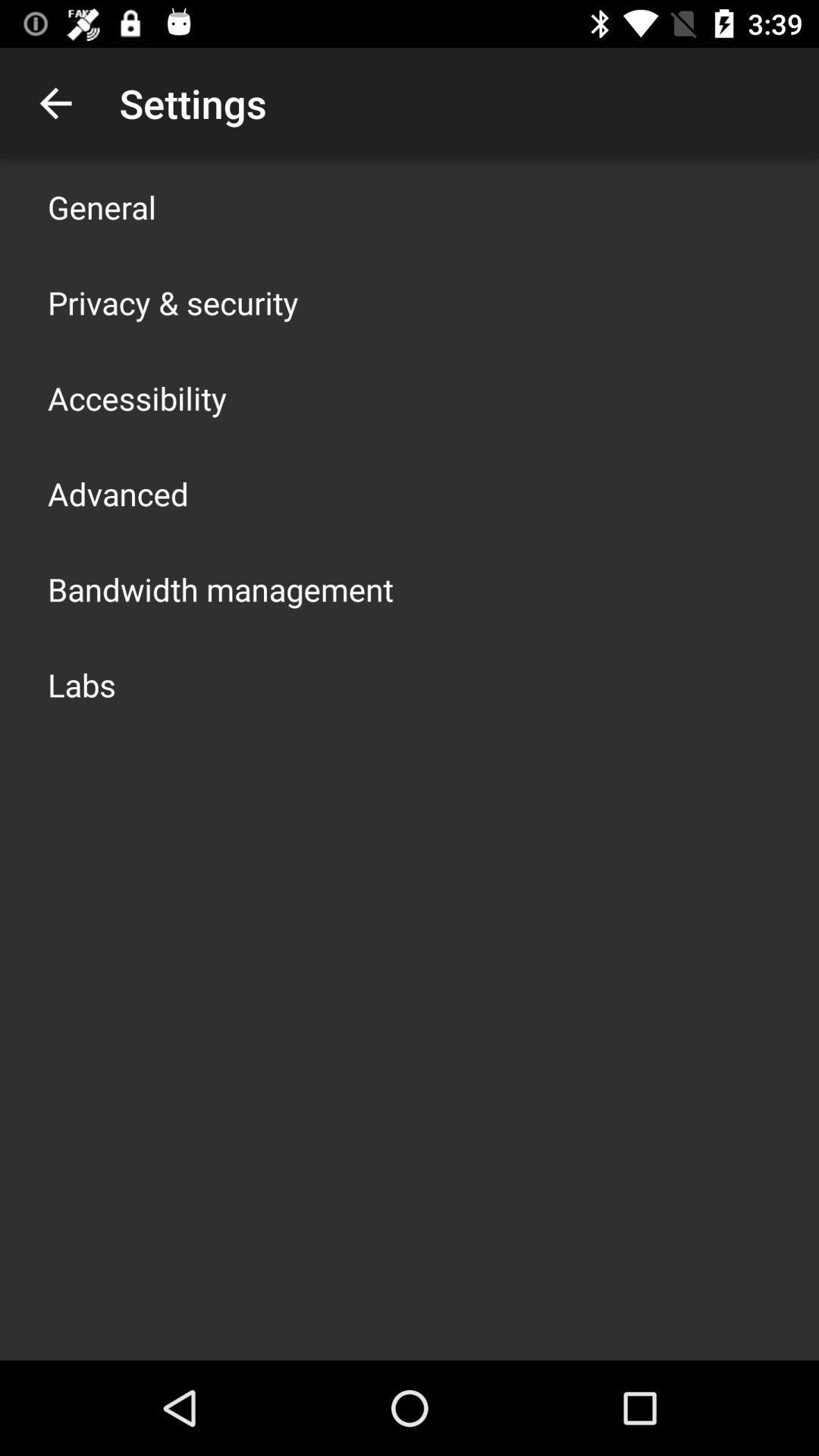 The height and width of the screenshot is (1456, 819). Describe the element at coordinates (220, 588) in the screenshot. I see `bandwidth management app` at that location.